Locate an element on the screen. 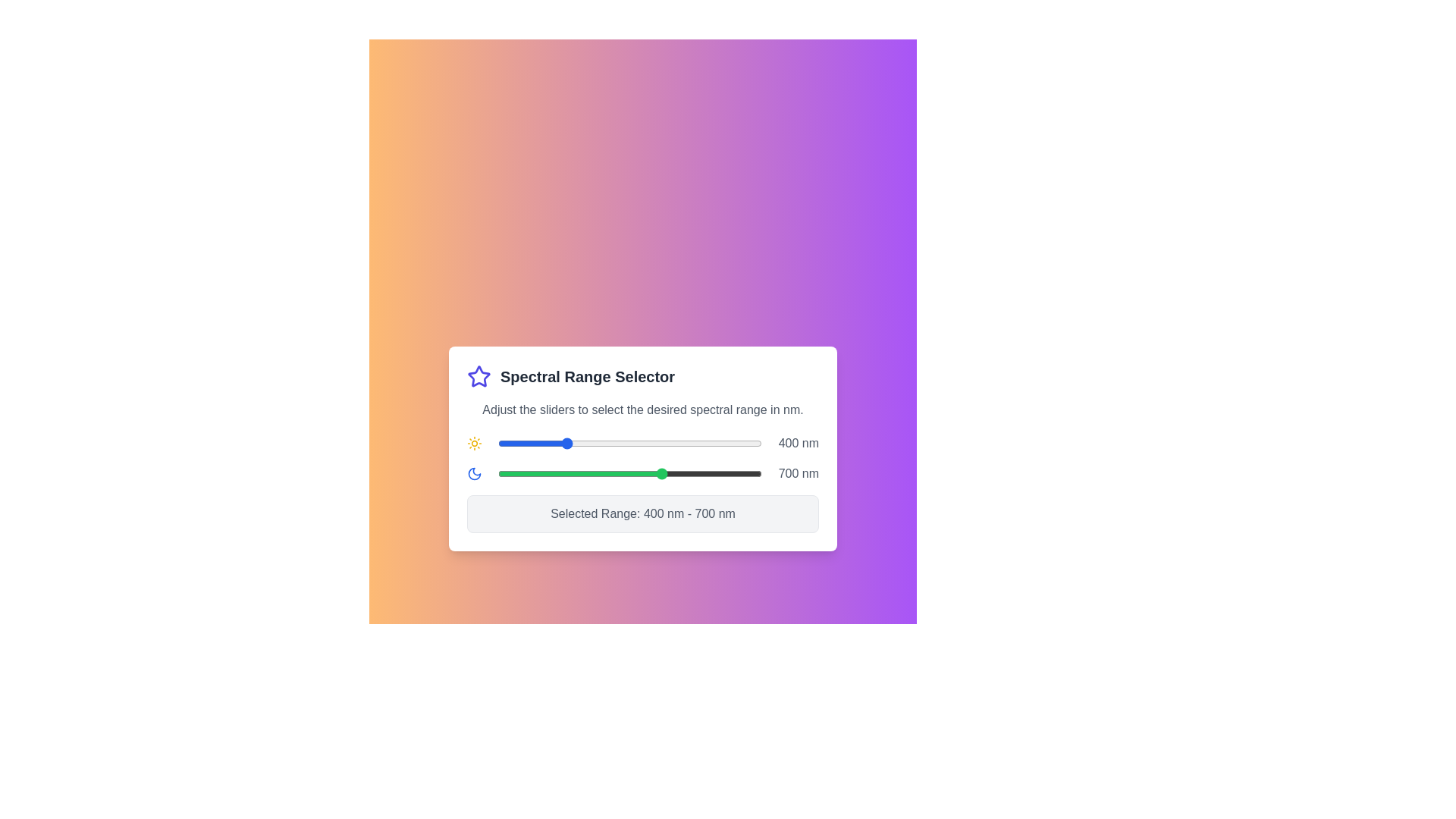 This screenshot has width=1456, height=819. the start slider to set the lower limit of the spectral range to 517 nm is located at coordinates (602, 444).